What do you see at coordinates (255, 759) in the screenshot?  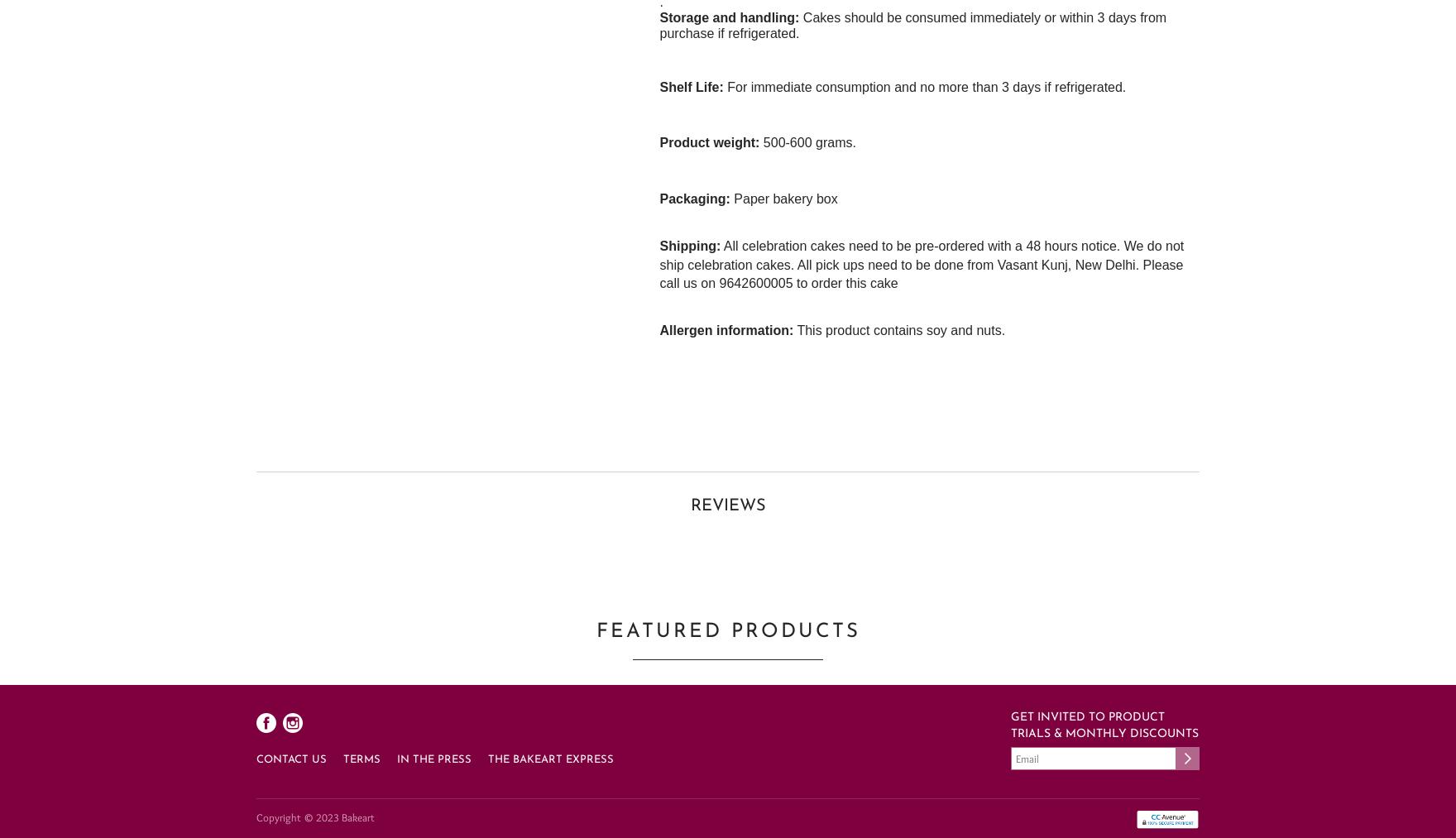 I see `'Contact Us'` at bounding box center [255, 759].